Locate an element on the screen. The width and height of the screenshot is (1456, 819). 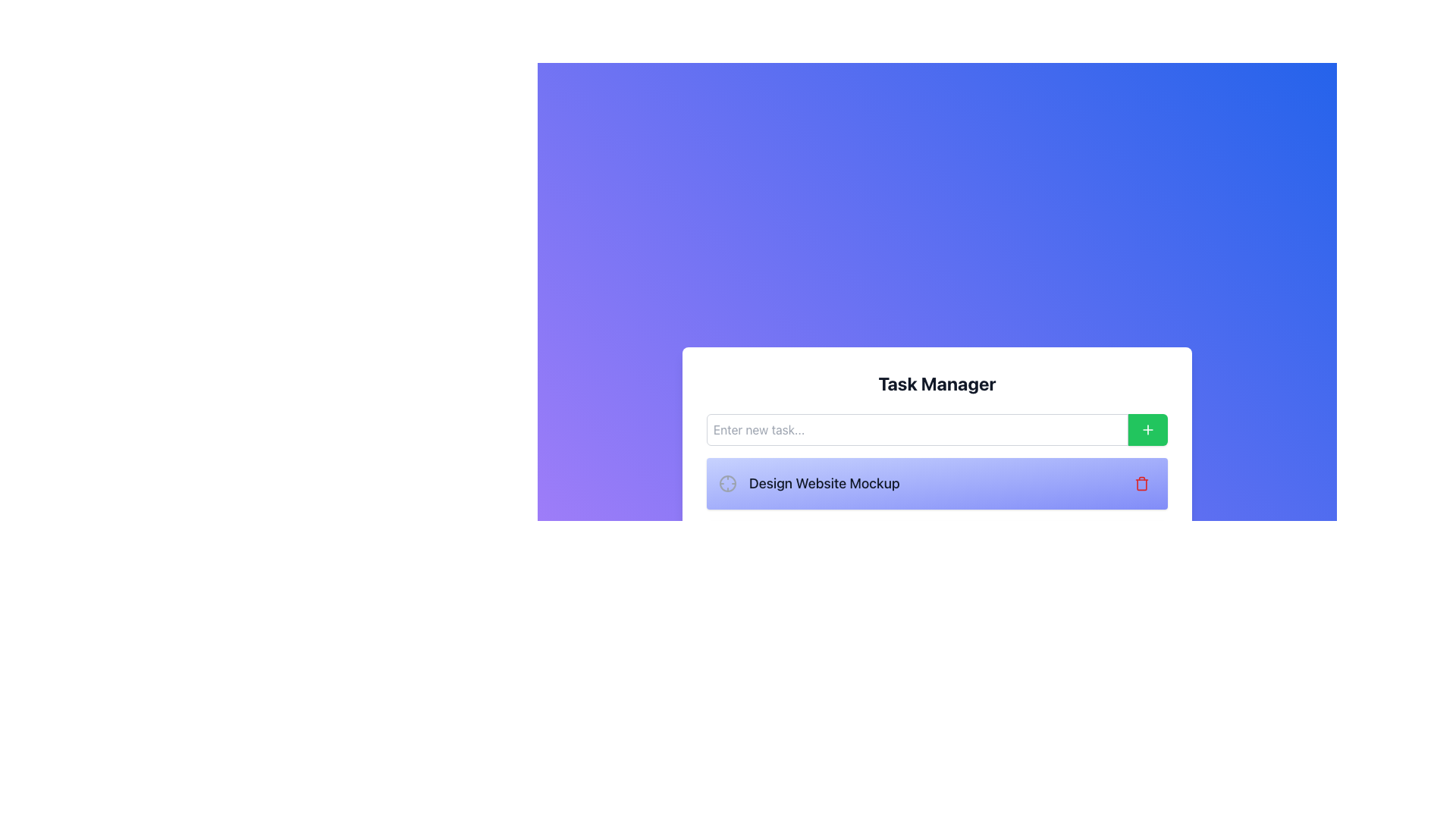
the green button with a plus icon located at the right end of the input field in the task manager interface is located at coordinates (1147, 430).